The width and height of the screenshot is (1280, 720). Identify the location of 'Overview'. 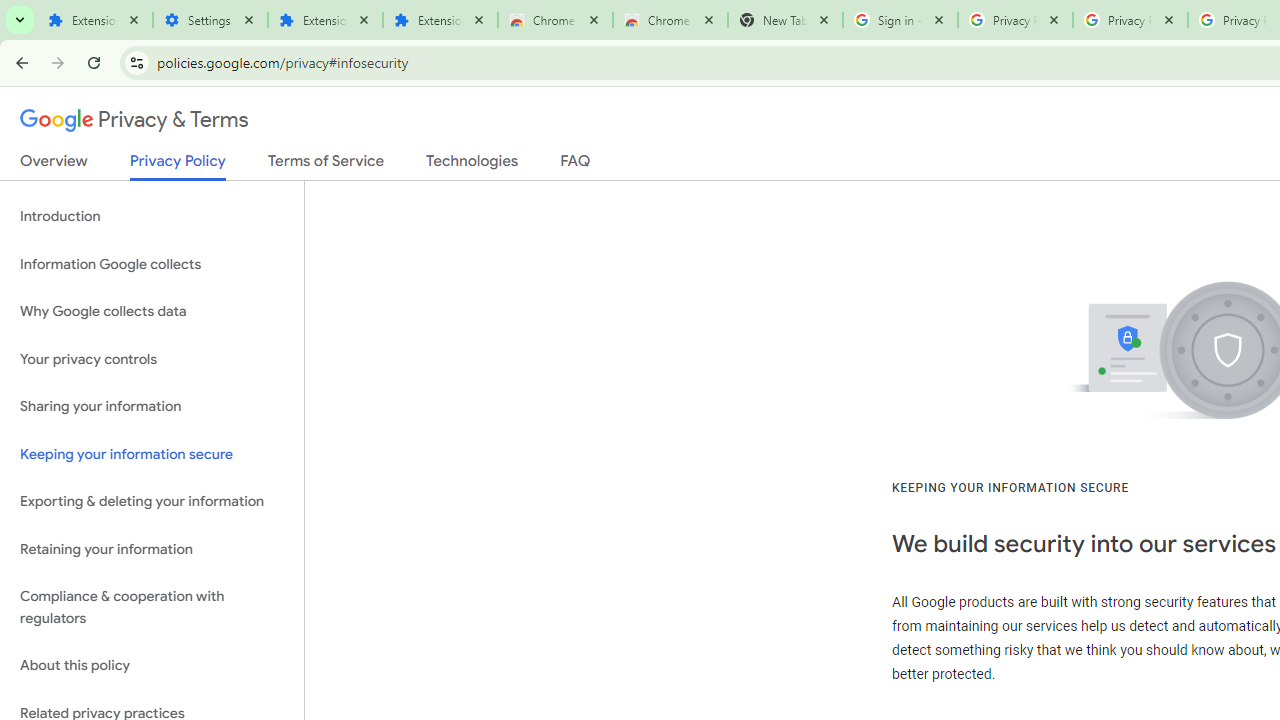
(54, 164).